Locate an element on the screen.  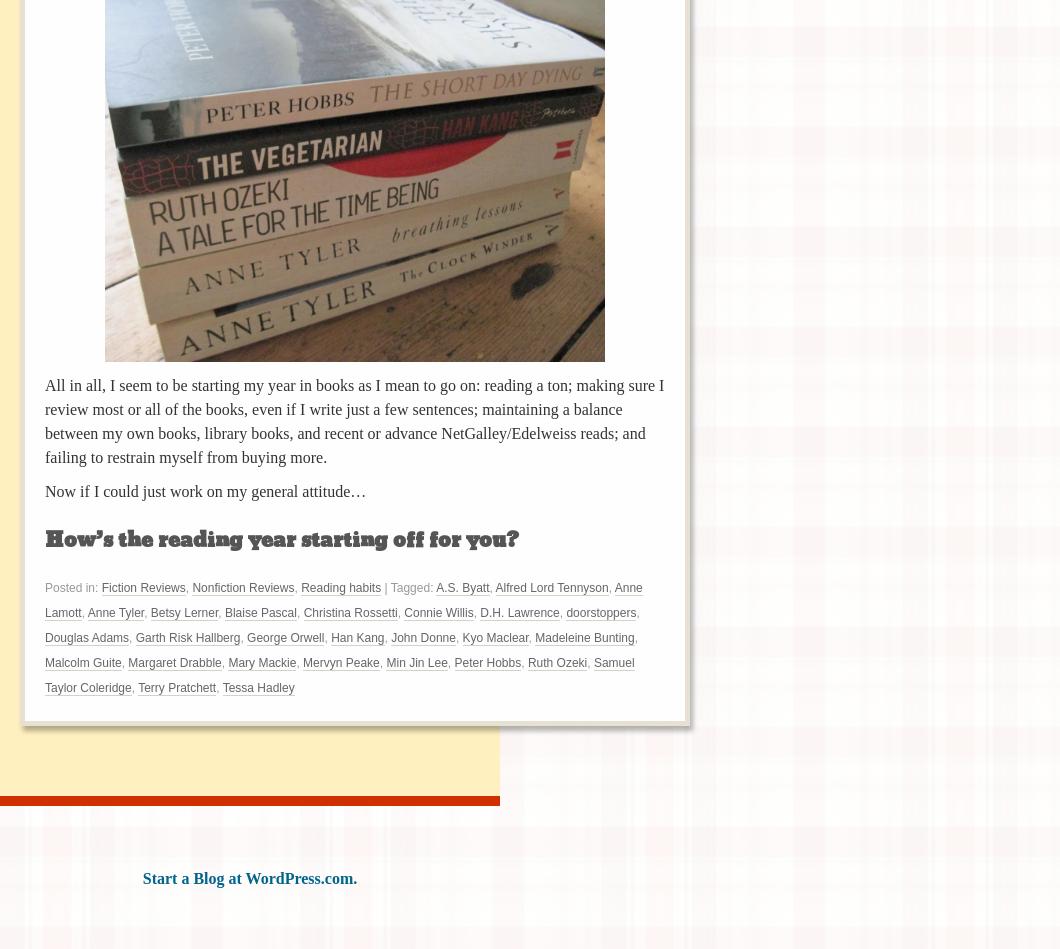
'Han Kang' is located at coordinates (331, 636).